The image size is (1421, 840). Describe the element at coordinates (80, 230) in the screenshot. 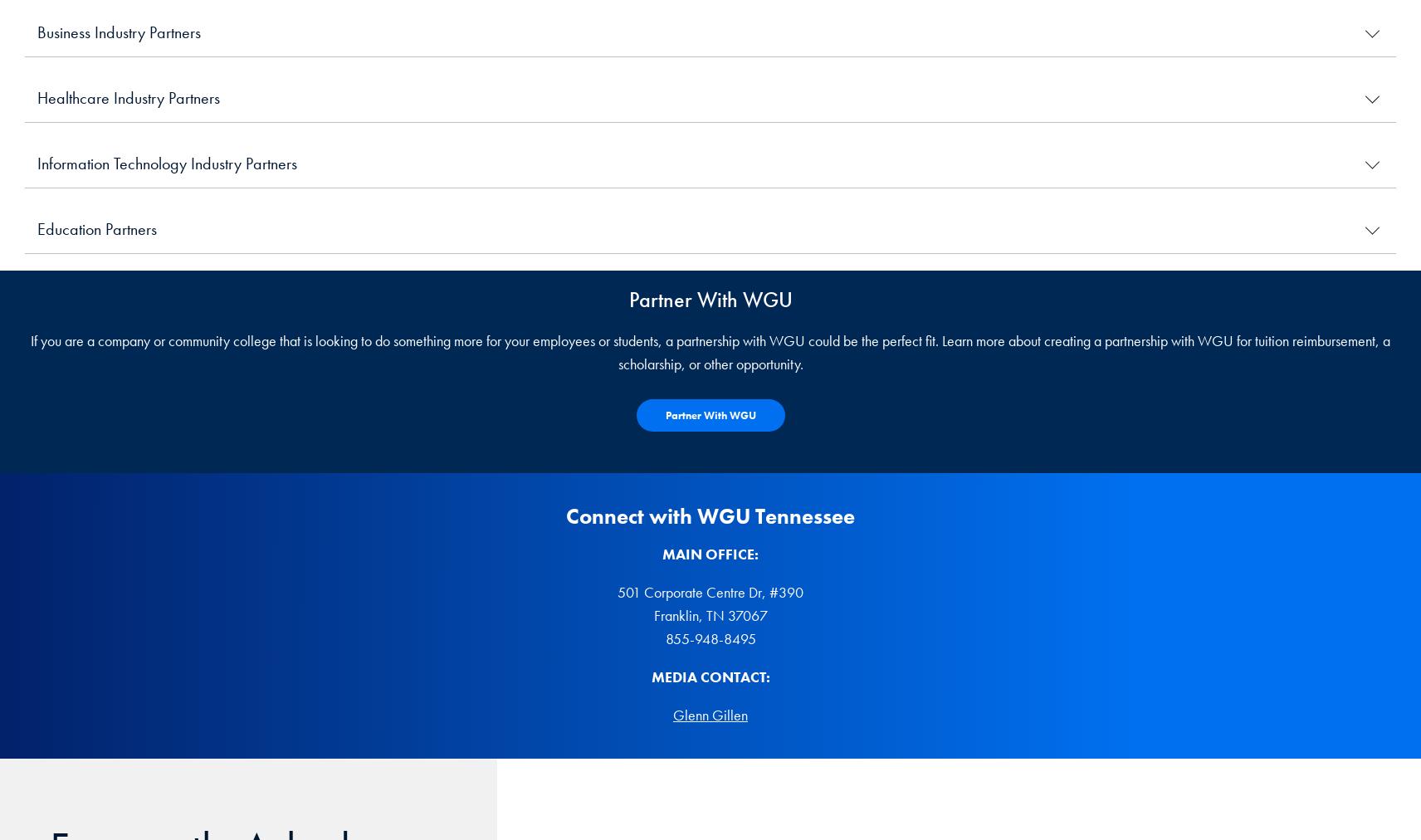

I see `'Fifth Third Bank'` at that location.